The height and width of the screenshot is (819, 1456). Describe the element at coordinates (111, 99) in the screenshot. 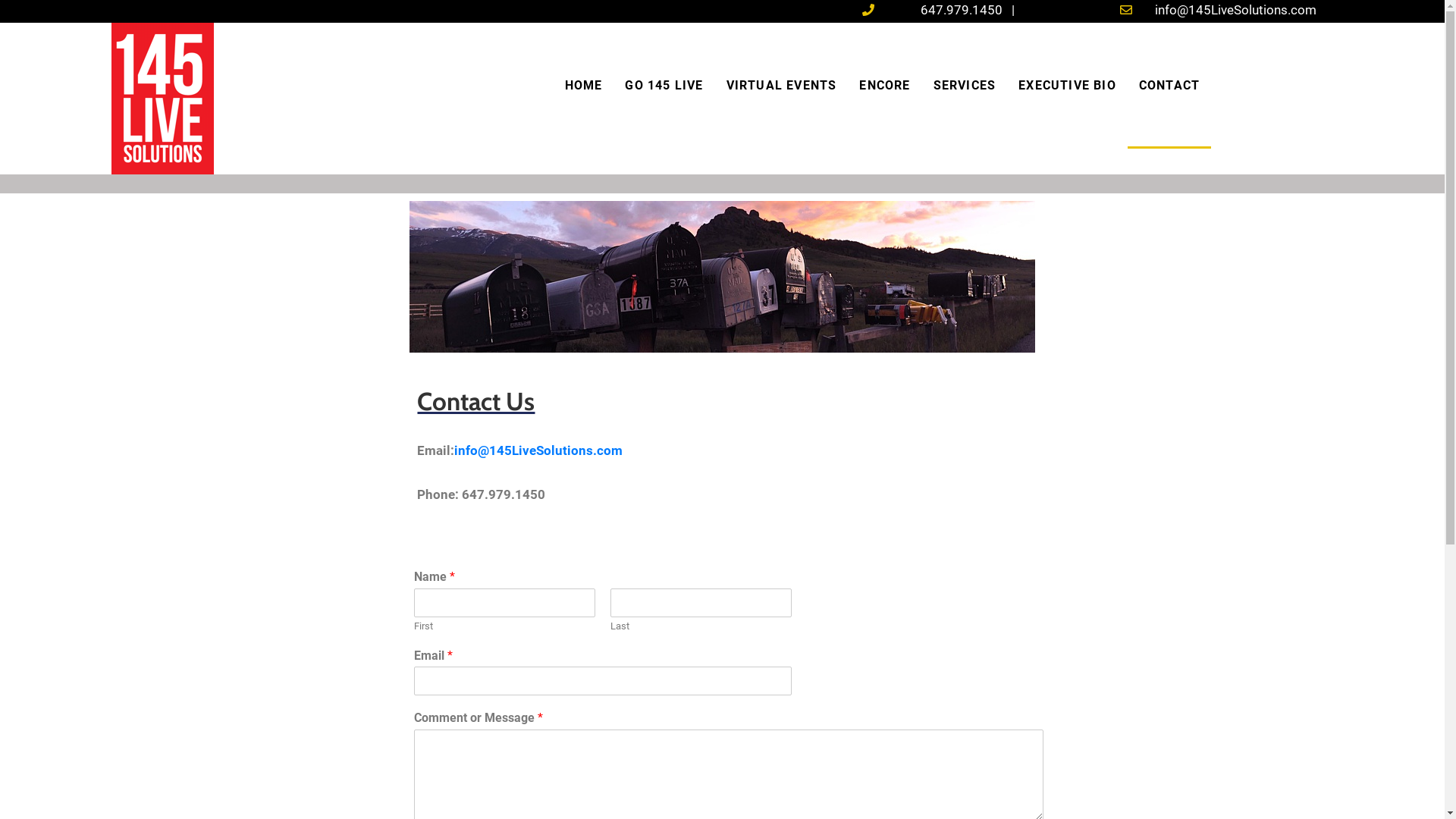

I see `'145logo'` at that location.